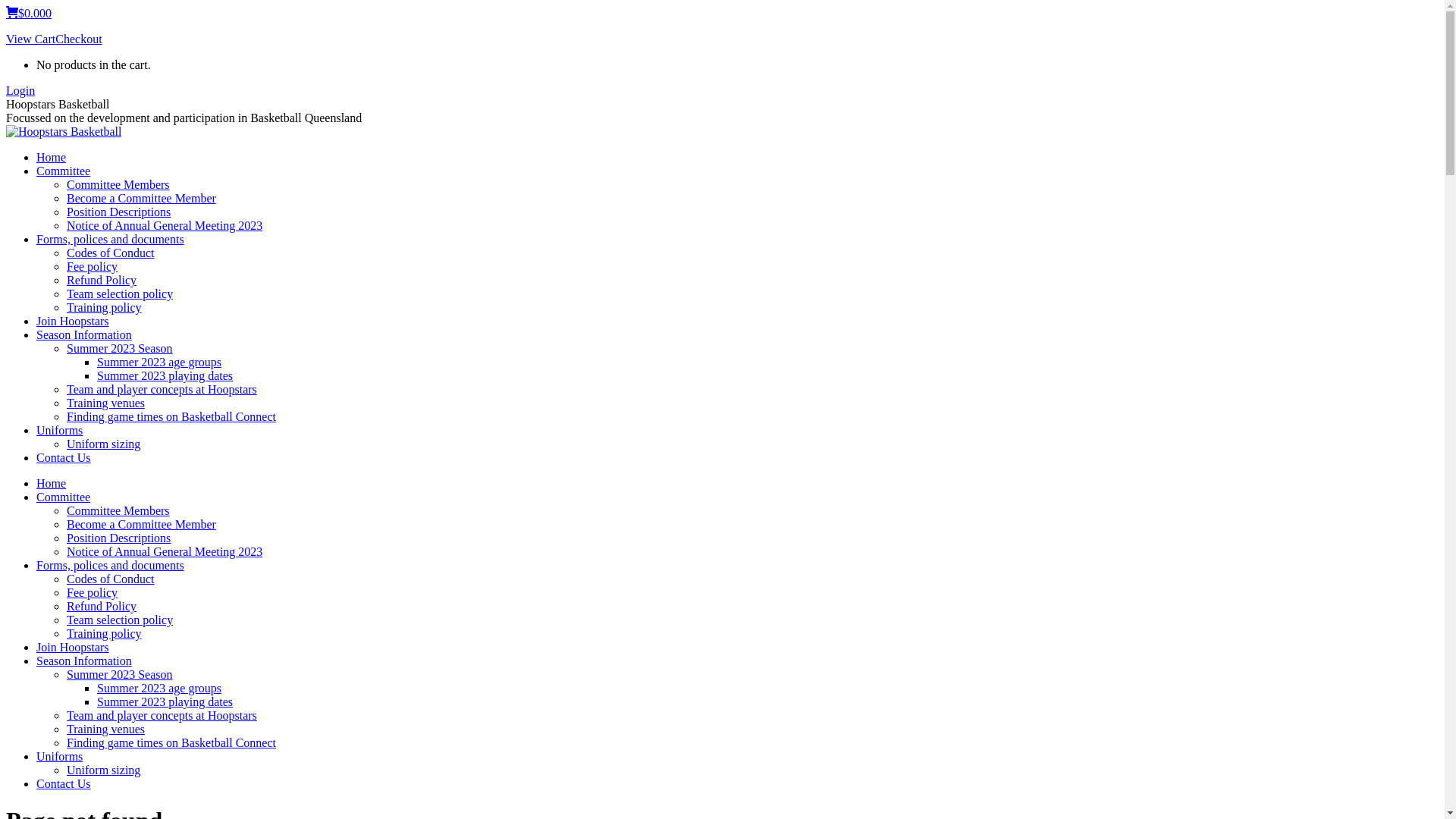 Image resolution: width=1456 pixels, height=819 pixels. What do you see at coordinates (91, 265) in the screenshot?
I see `'Fee policy'` at bounding box center [91, 265].